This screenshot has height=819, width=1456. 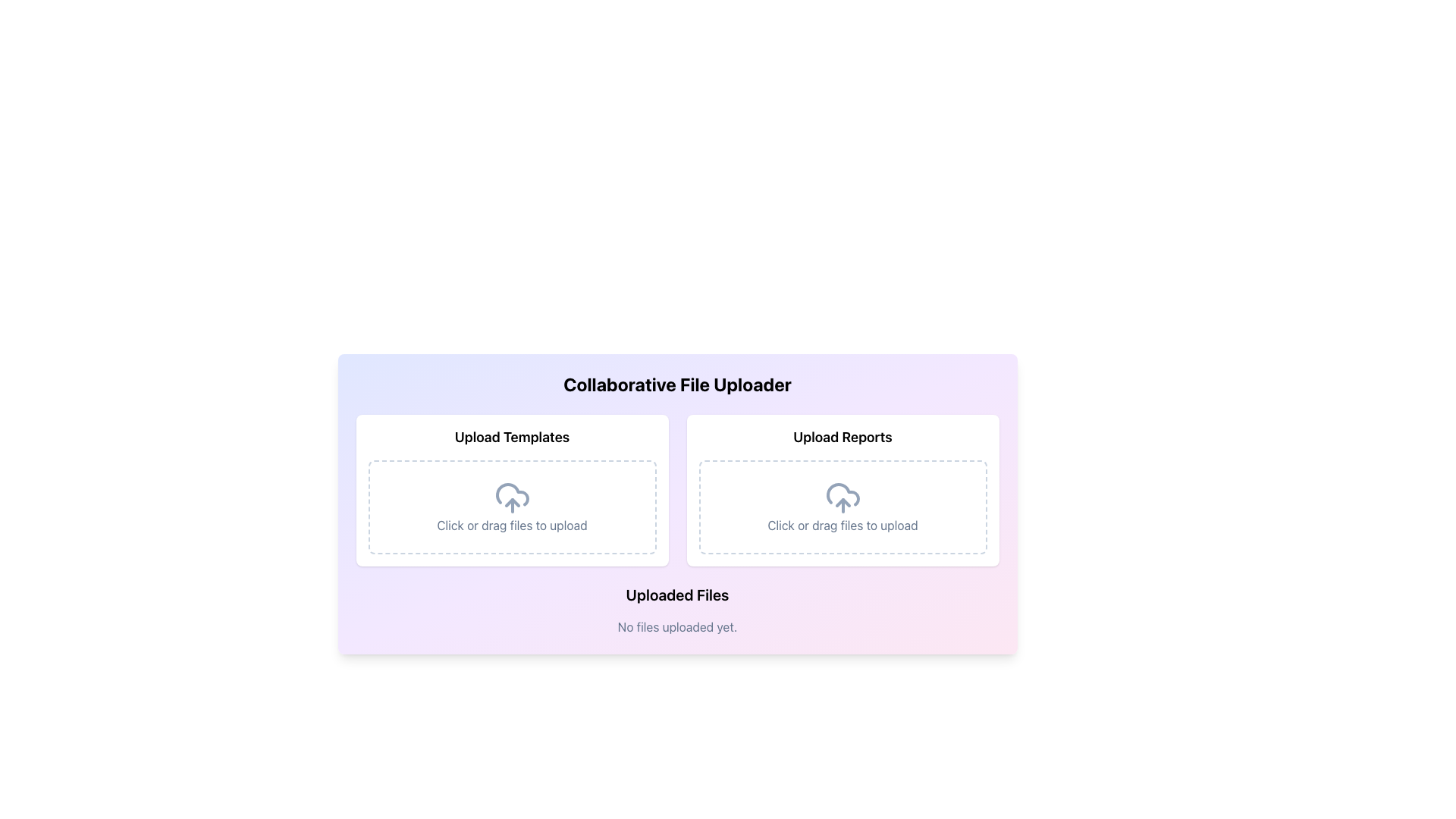 What do you see at coordinates (842, 438) in the screenshot?
I see `the static text header that labels the section for uploading reports, positioned at the top-center of the second card under 'Collaborative File Uploader'` at bounding box center [842, 438].